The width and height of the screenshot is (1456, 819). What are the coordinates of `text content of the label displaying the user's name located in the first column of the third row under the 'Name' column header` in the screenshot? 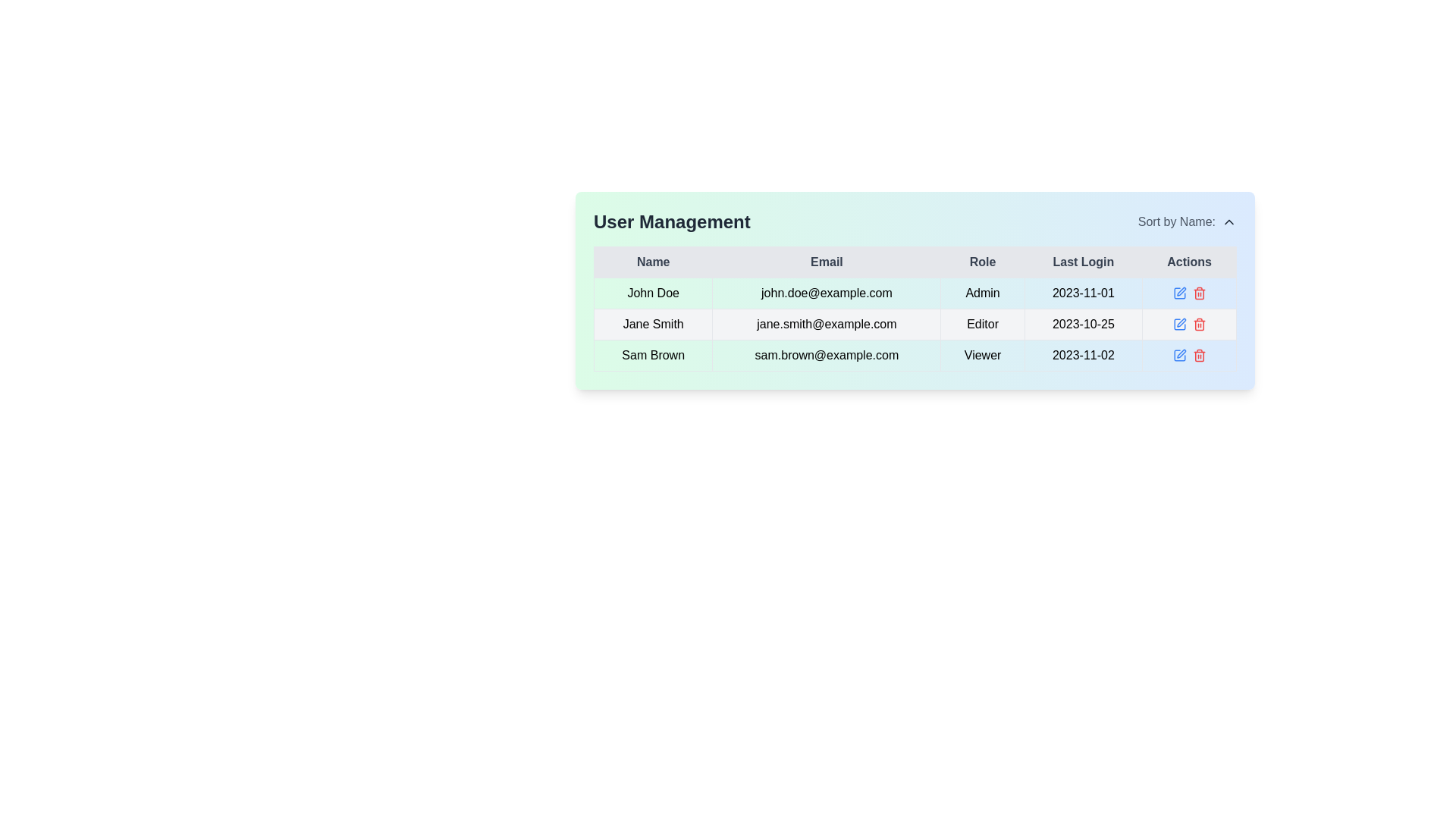 It's located at (653, 356).